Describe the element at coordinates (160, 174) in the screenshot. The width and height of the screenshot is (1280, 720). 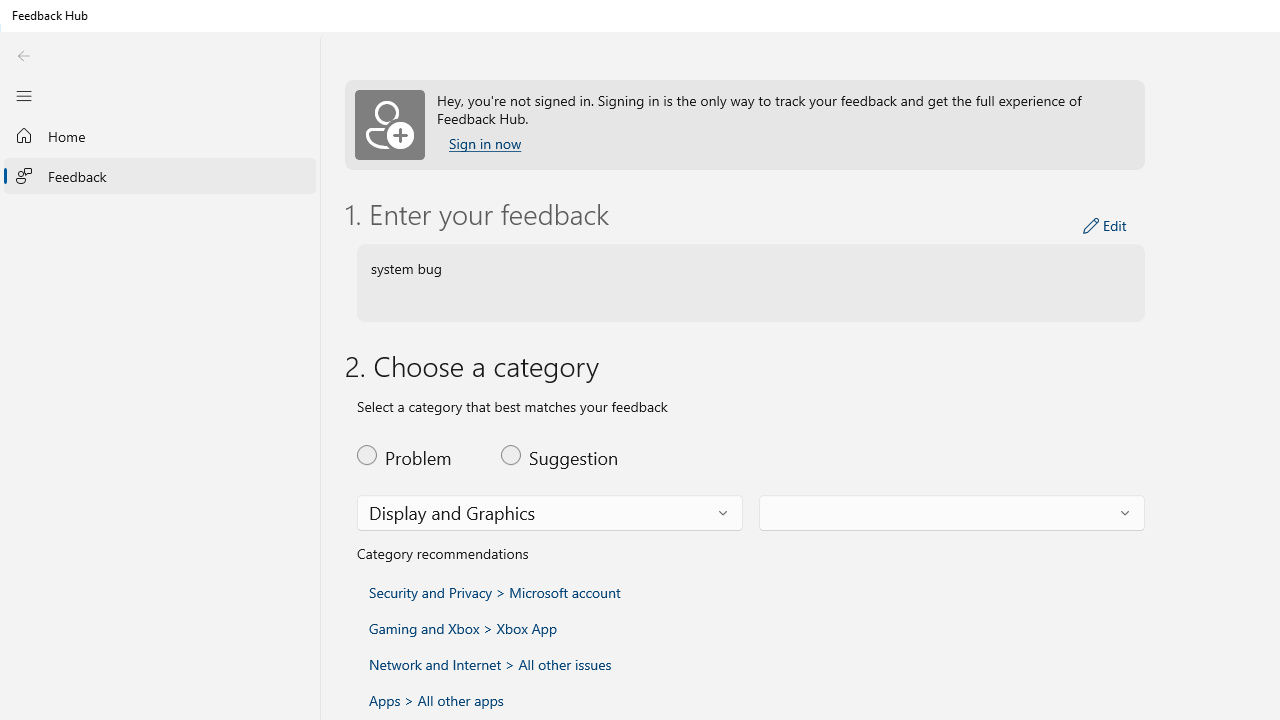
I see `'Feedback'` at that location.